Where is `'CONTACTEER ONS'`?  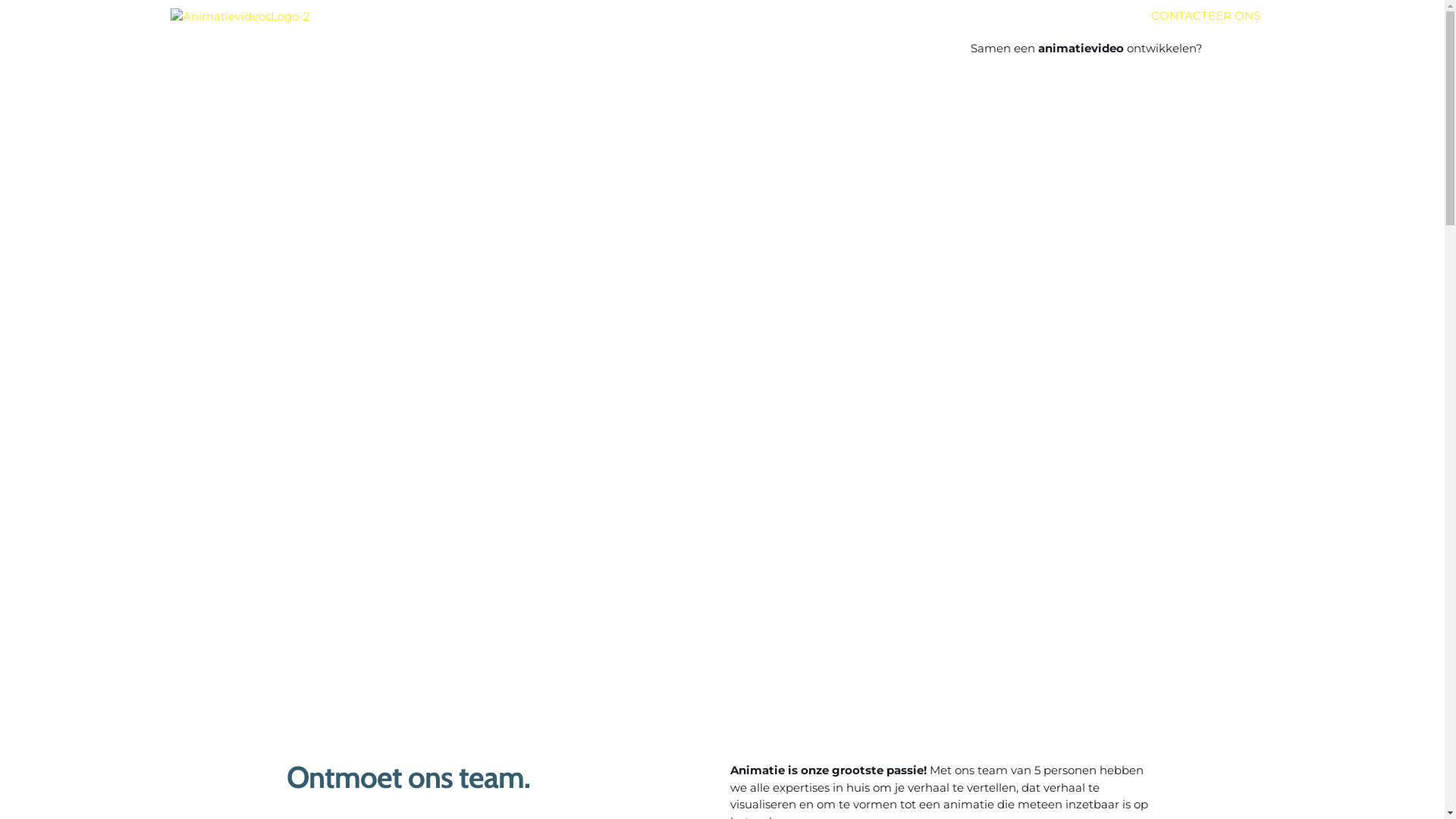
'CONTACTEER ONS' is located at coordinates (1203, 16).